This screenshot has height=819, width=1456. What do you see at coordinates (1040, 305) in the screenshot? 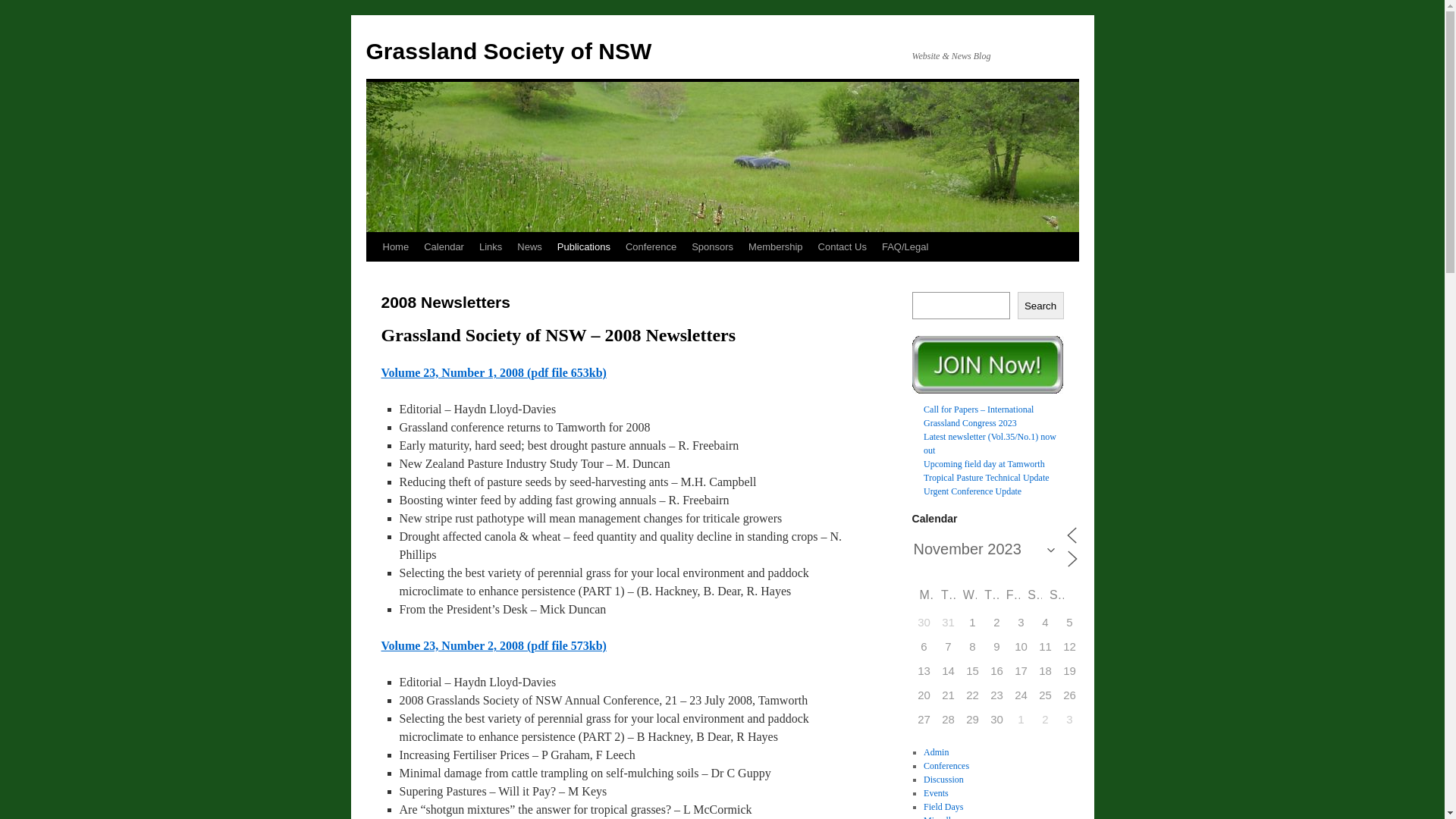
I see `'Search'` at bounding box center [1040, 305].